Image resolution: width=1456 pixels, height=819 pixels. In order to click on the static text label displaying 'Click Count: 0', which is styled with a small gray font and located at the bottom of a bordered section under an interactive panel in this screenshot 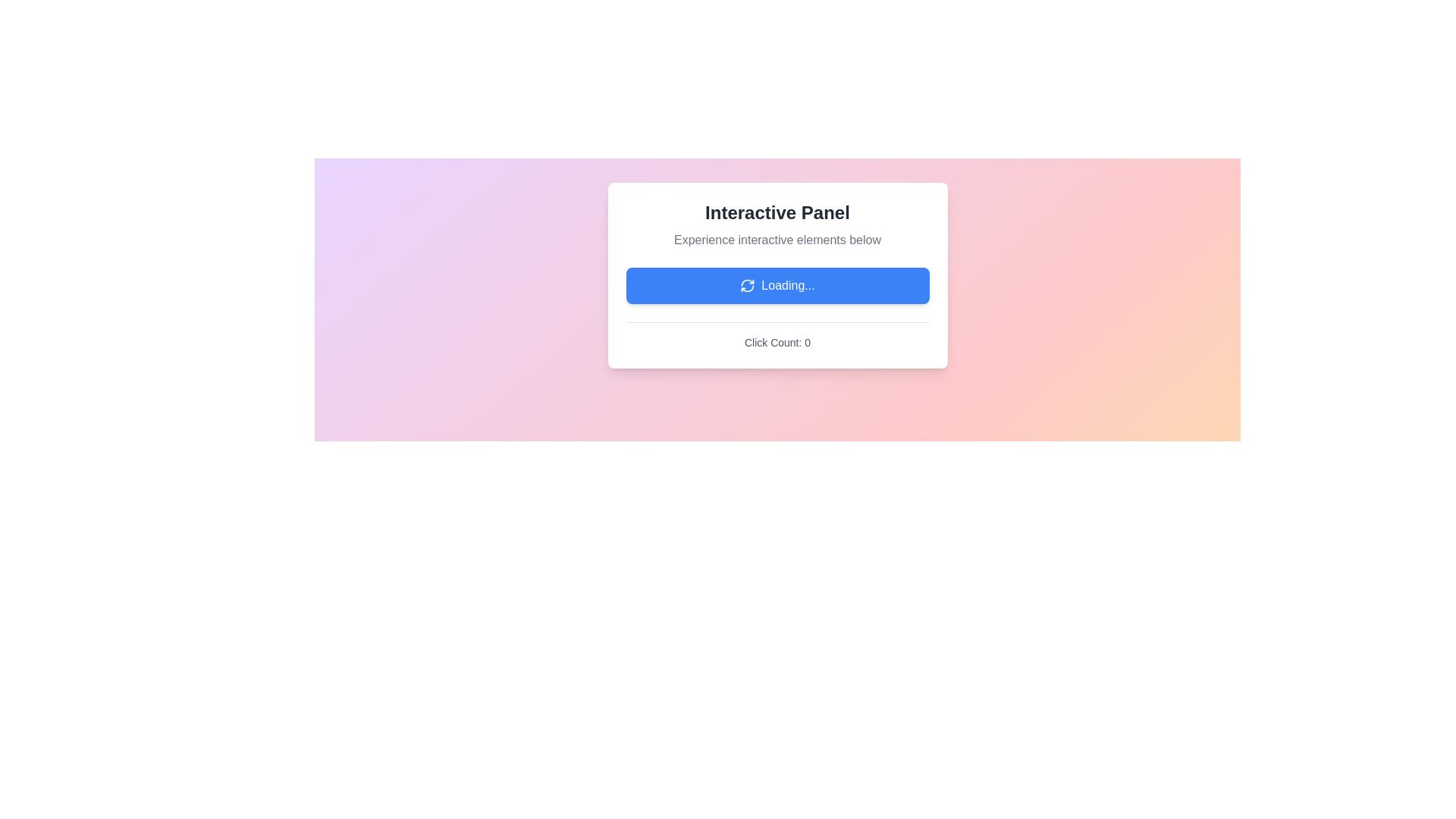, I will do `click(777, 342)`.